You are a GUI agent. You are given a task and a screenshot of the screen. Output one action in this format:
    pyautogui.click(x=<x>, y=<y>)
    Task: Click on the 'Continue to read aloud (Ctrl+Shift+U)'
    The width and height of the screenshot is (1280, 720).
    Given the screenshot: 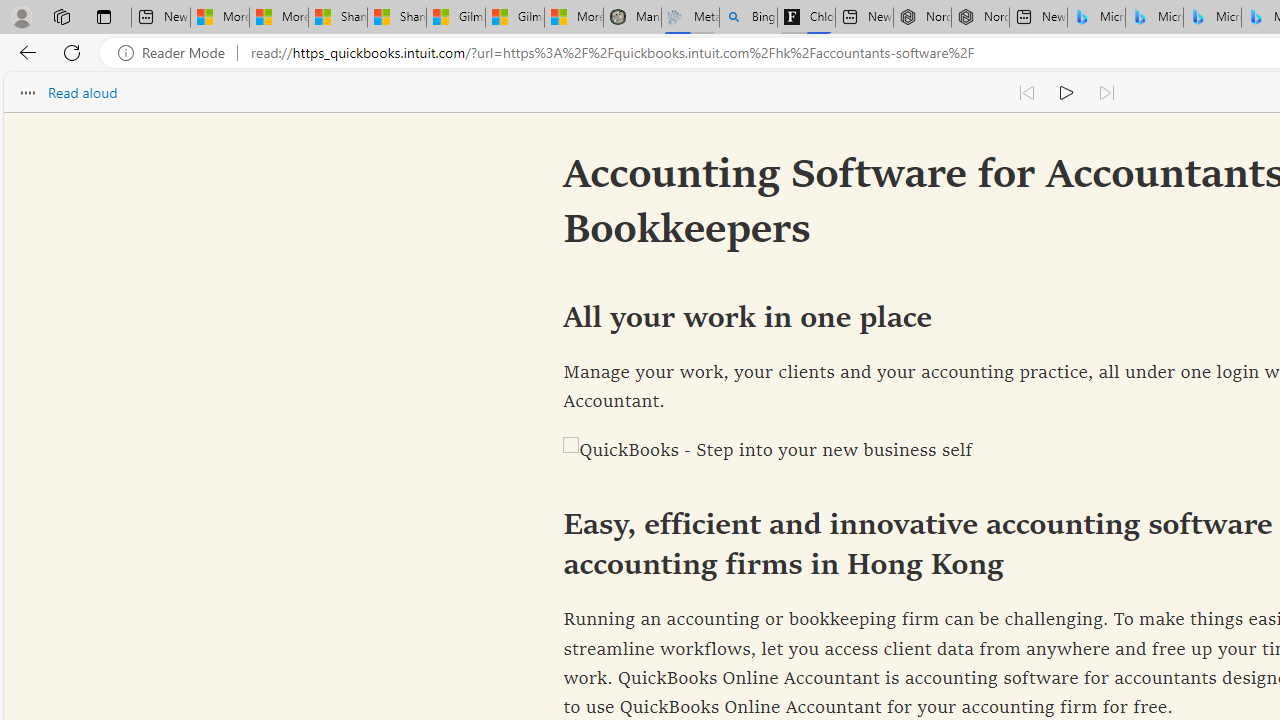 What is the action you would take?
    pyautogui.click(x=1065, y=92)
    